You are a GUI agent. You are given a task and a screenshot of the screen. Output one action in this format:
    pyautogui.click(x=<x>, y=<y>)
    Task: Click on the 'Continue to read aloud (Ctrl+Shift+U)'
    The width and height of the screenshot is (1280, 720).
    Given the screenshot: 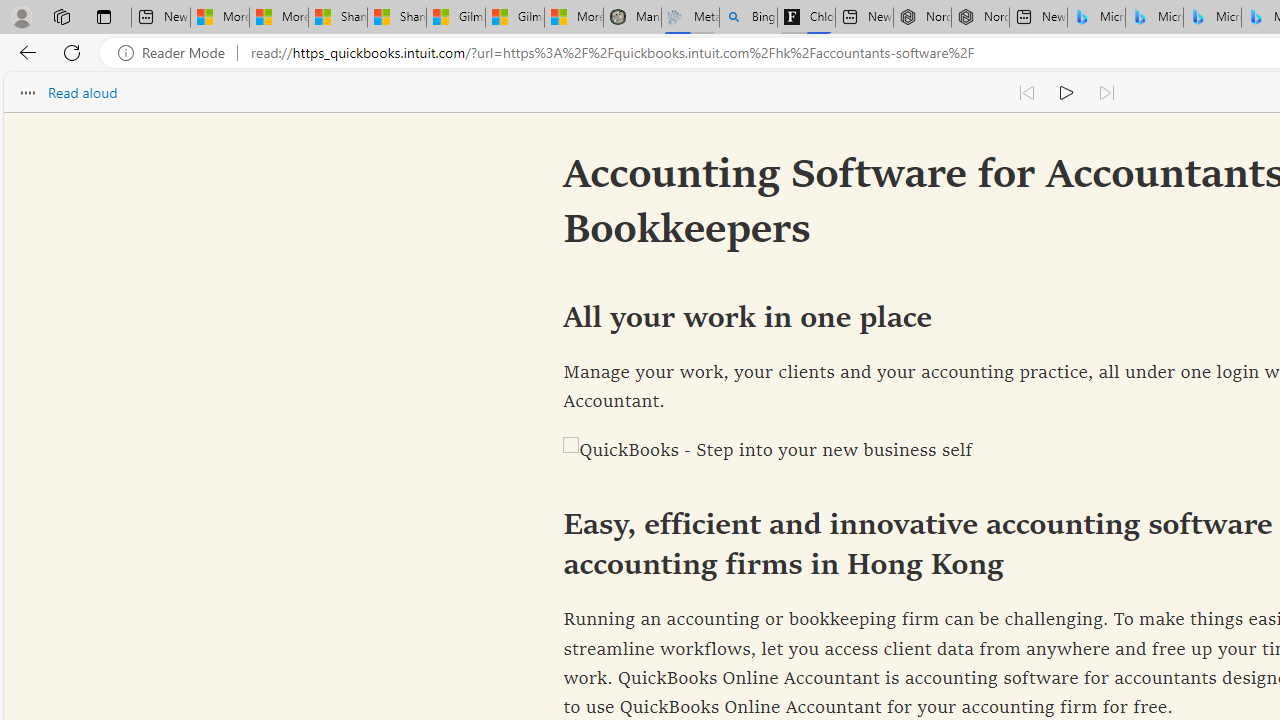 What is the action you would take?
    pyautogui.click(x=1065, y=92)
    